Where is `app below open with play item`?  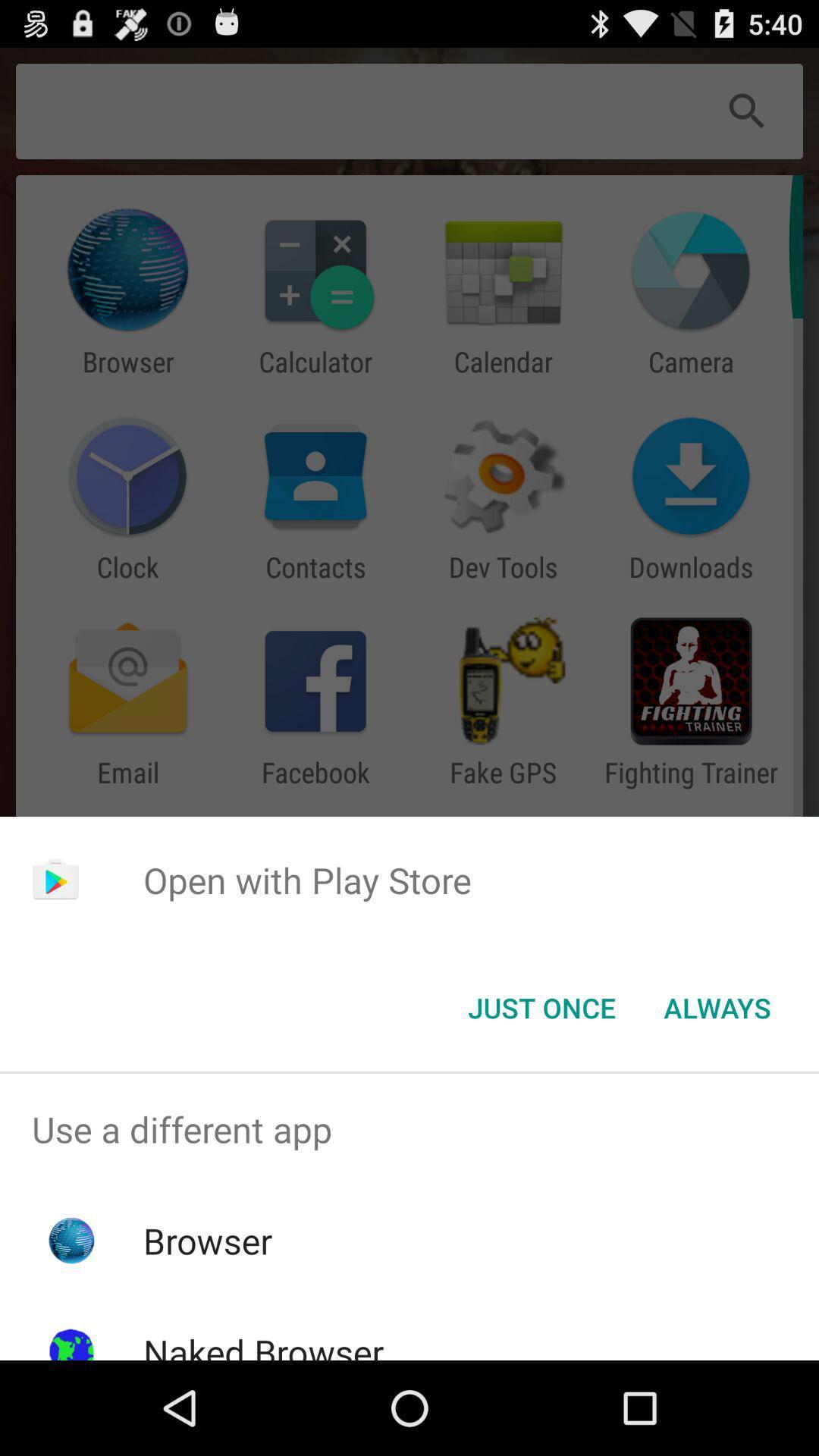
app below open with play item is located at coordinates (717, 1008).